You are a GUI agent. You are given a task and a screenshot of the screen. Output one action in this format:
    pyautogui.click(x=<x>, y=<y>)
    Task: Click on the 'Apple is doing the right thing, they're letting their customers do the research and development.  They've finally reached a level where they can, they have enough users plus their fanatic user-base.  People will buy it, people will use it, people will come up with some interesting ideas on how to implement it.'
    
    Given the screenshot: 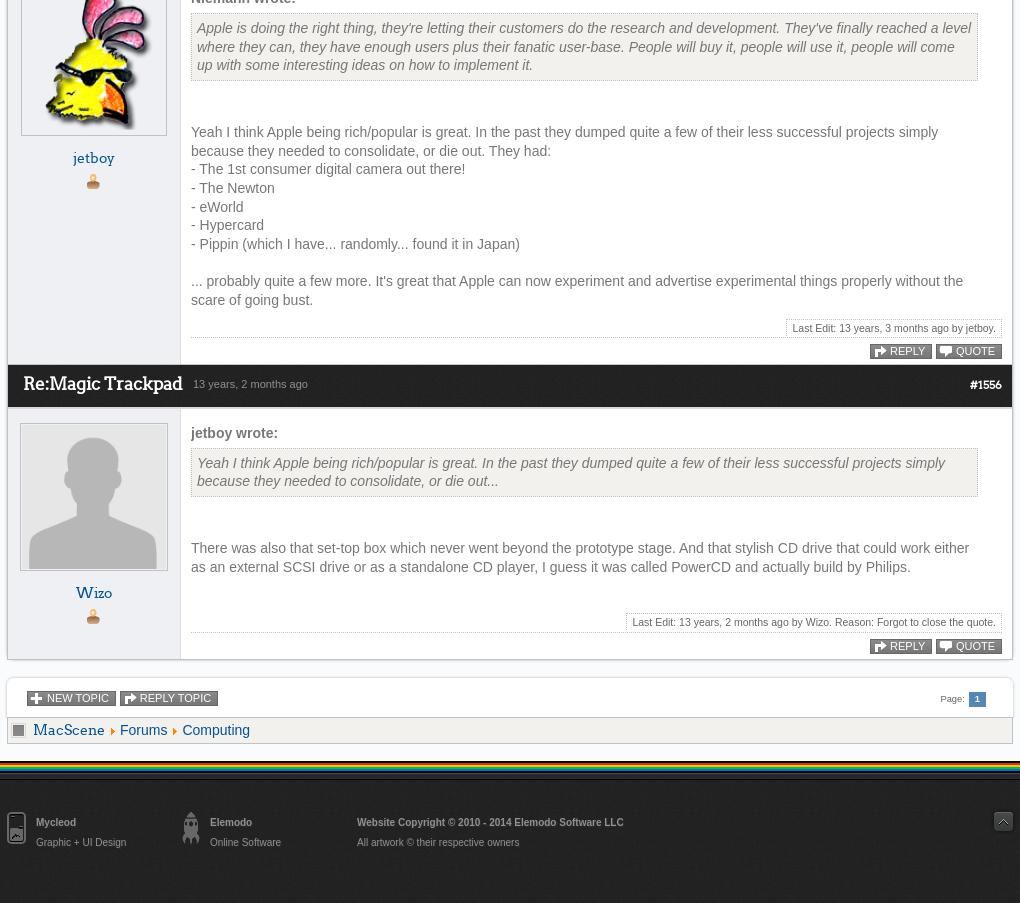 What is the action you would take?
    pyautogui.click(x=583, y=44)
    